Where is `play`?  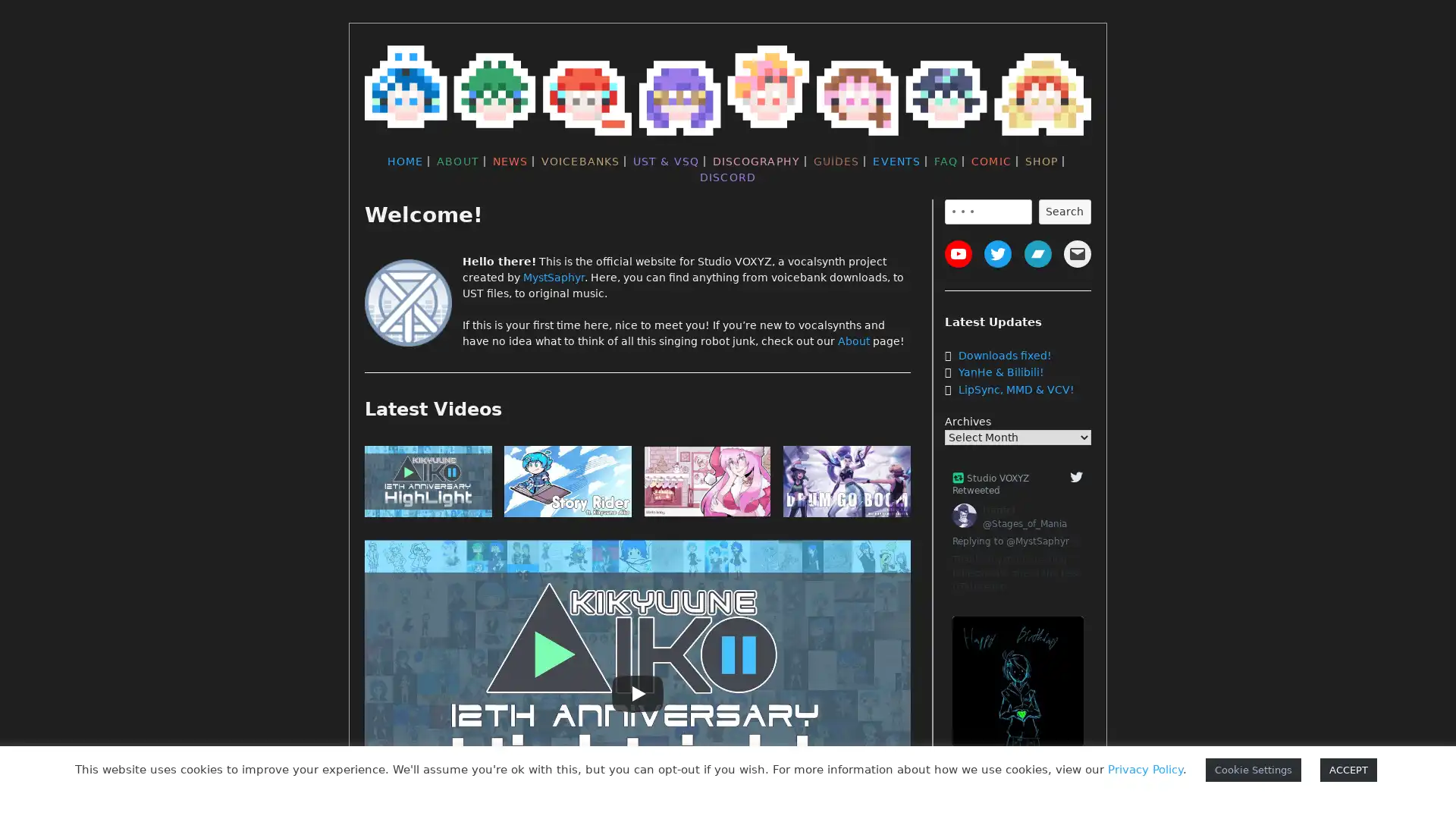
play is located at coordinates (706, 485).